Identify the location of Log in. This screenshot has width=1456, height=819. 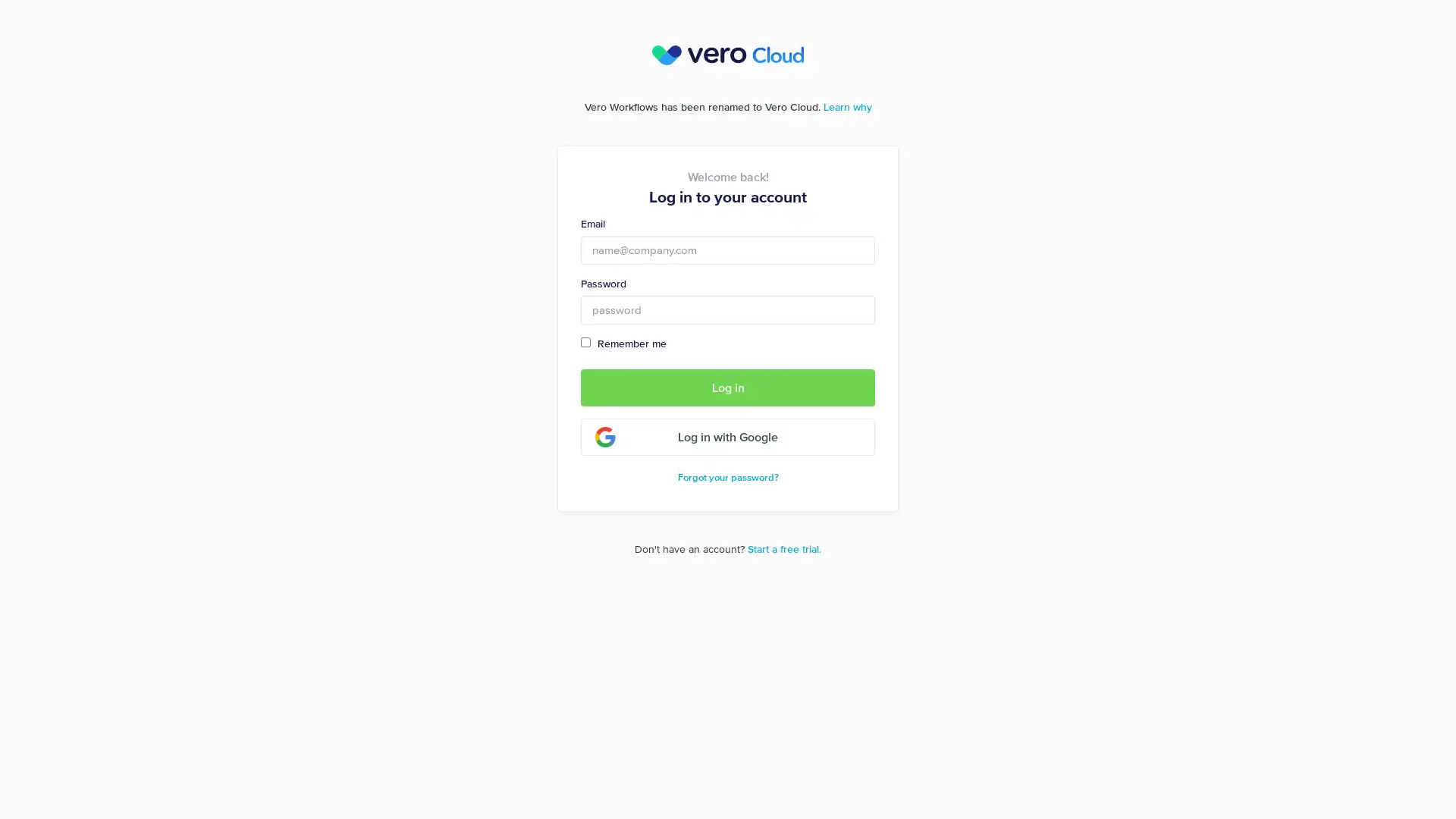
(728, 386).